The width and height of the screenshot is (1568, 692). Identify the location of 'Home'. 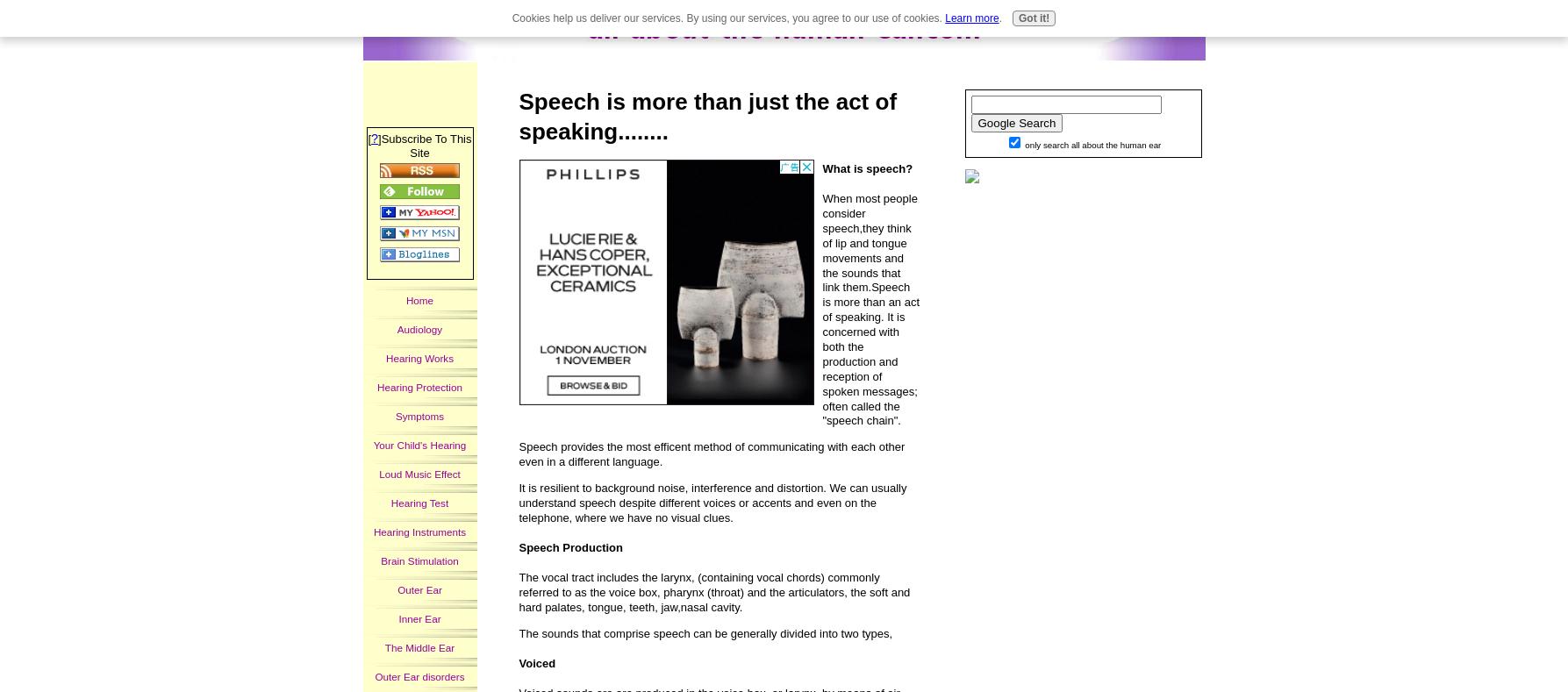
(419, 298).